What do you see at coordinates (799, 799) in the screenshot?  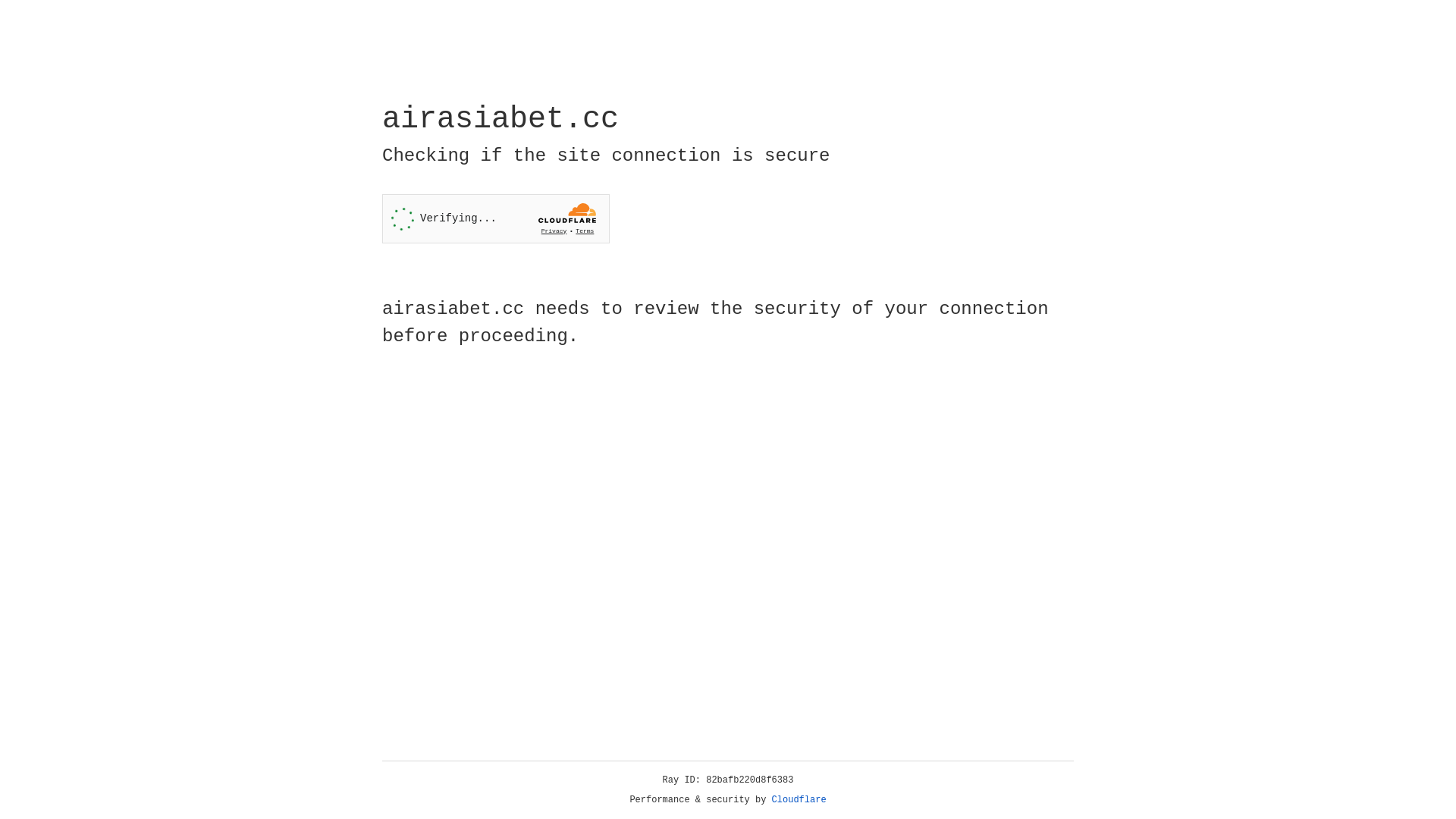 I see `'Cloudflare'` at bounding box center [799, 799].